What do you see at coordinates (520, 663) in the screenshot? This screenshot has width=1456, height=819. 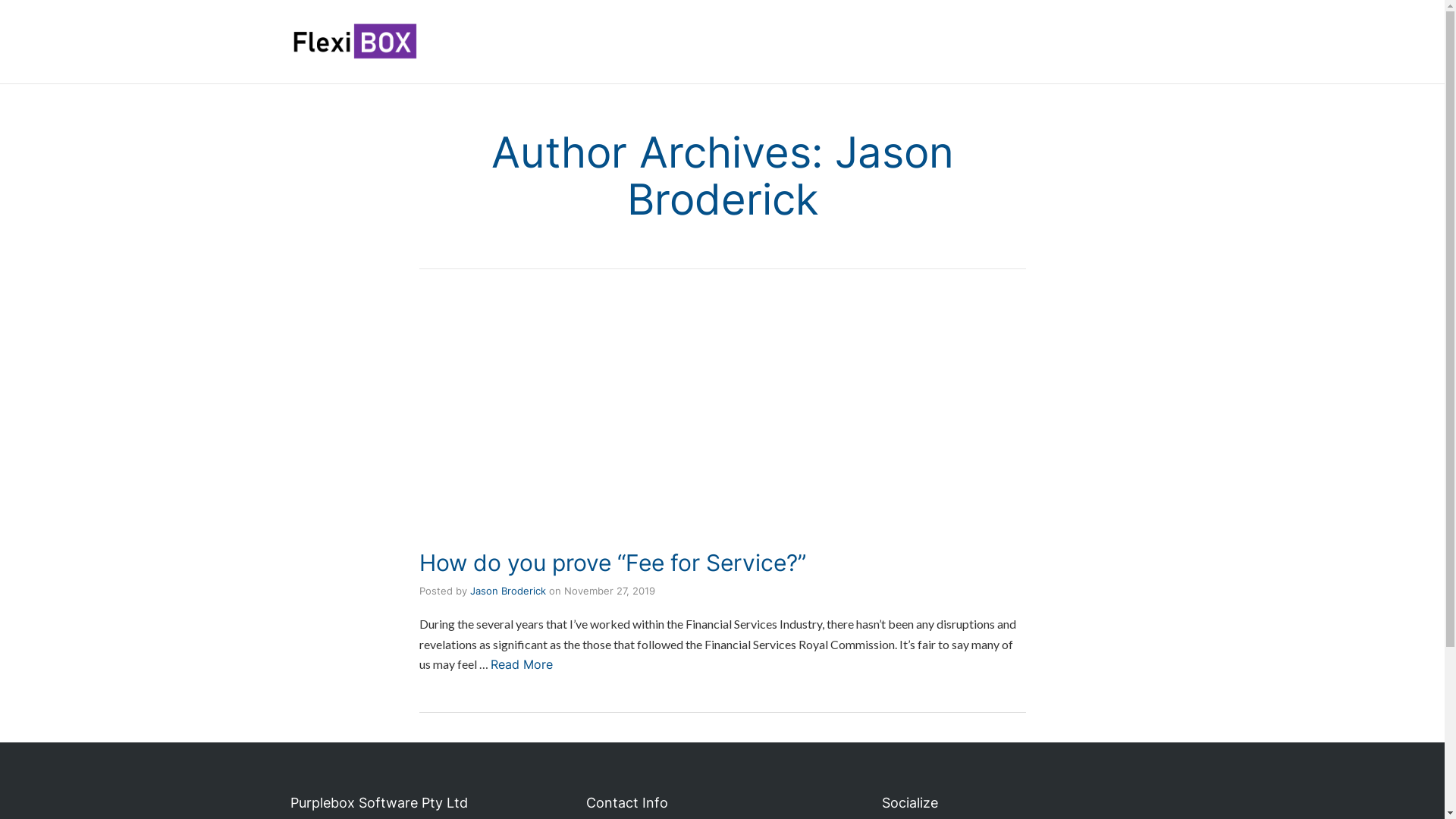 I see `'Read More'` at bounding box center [520, 663].